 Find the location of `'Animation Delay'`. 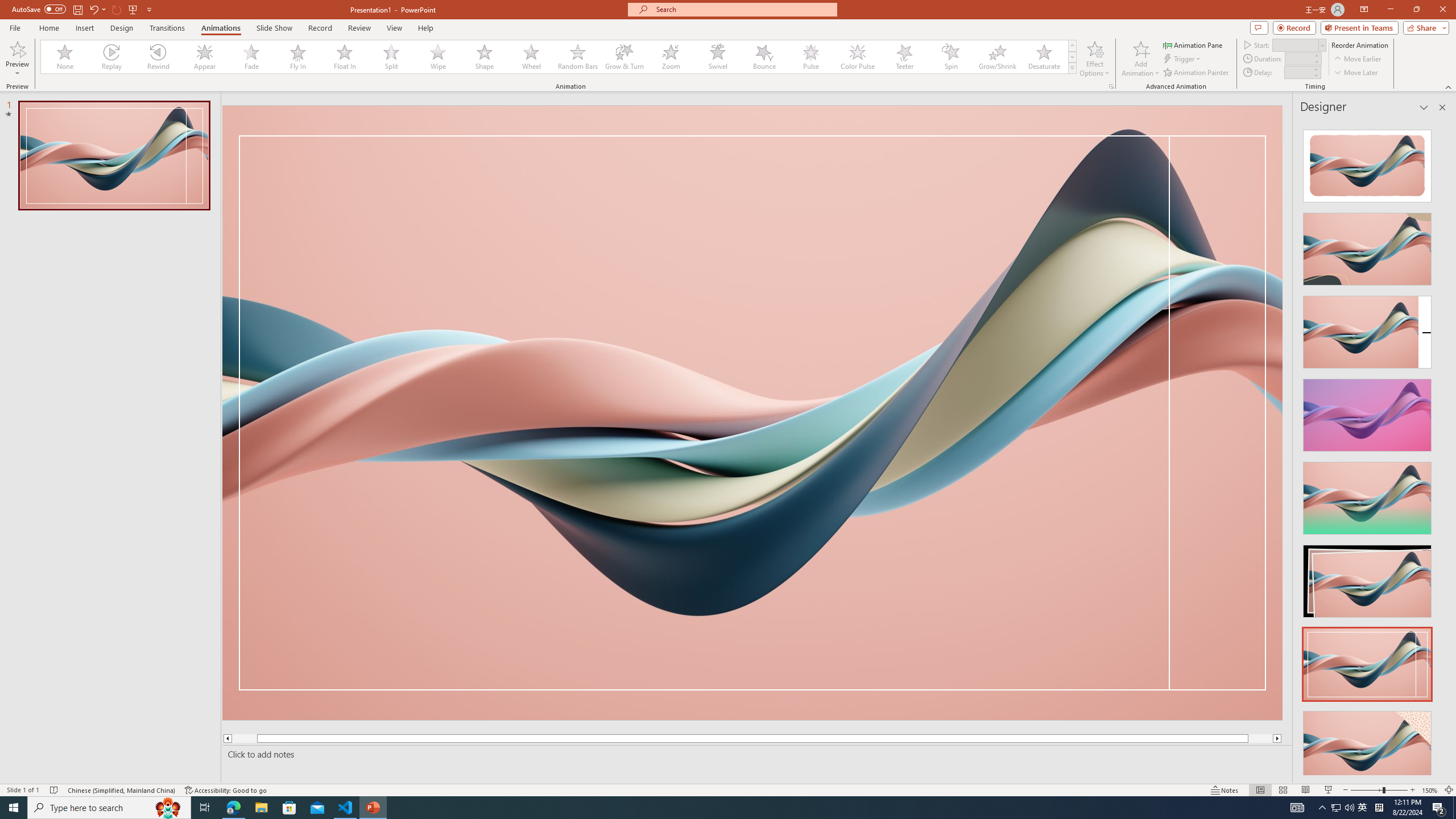

'Animation Delay' is located at coordinates (1296, 72).